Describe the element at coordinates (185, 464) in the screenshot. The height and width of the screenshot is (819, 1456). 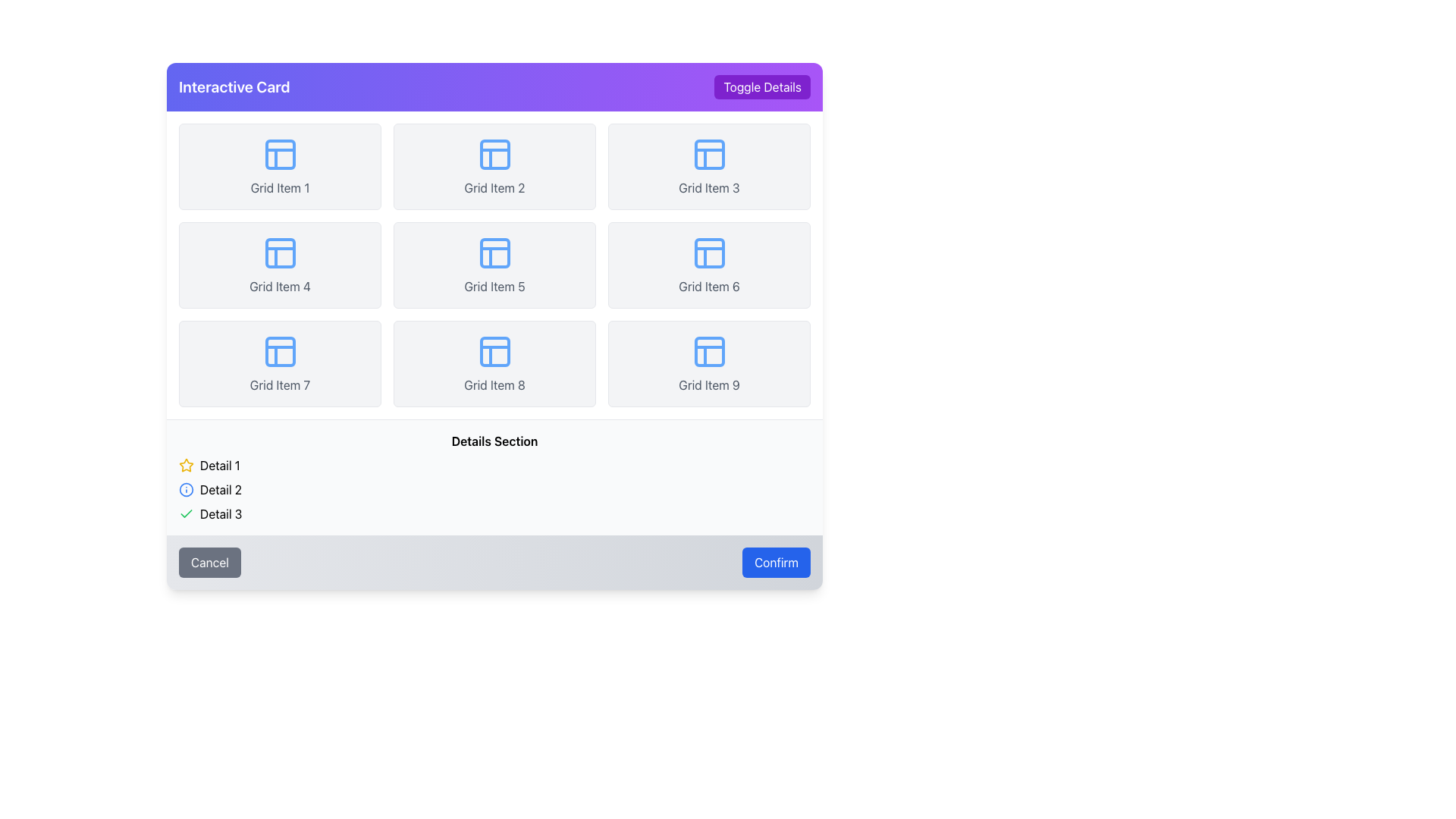
I see `the importance indicator icon located in the bottom-left section of the interface under the 'Details Section', positioned to the left of the text 'Detail 1'` at that location.